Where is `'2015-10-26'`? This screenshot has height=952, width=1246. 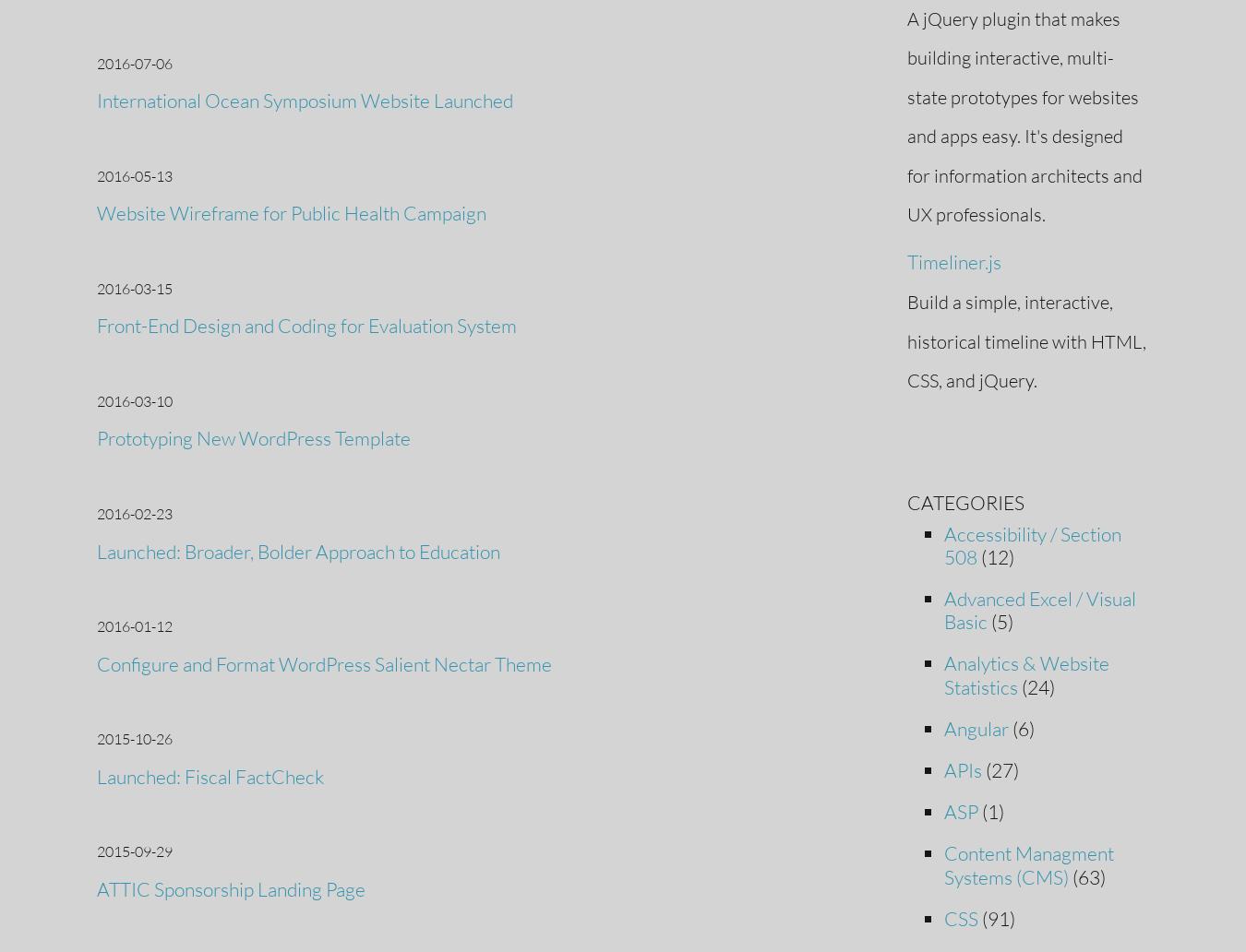
'2015-10-26' is located at coordinates (96, 739).